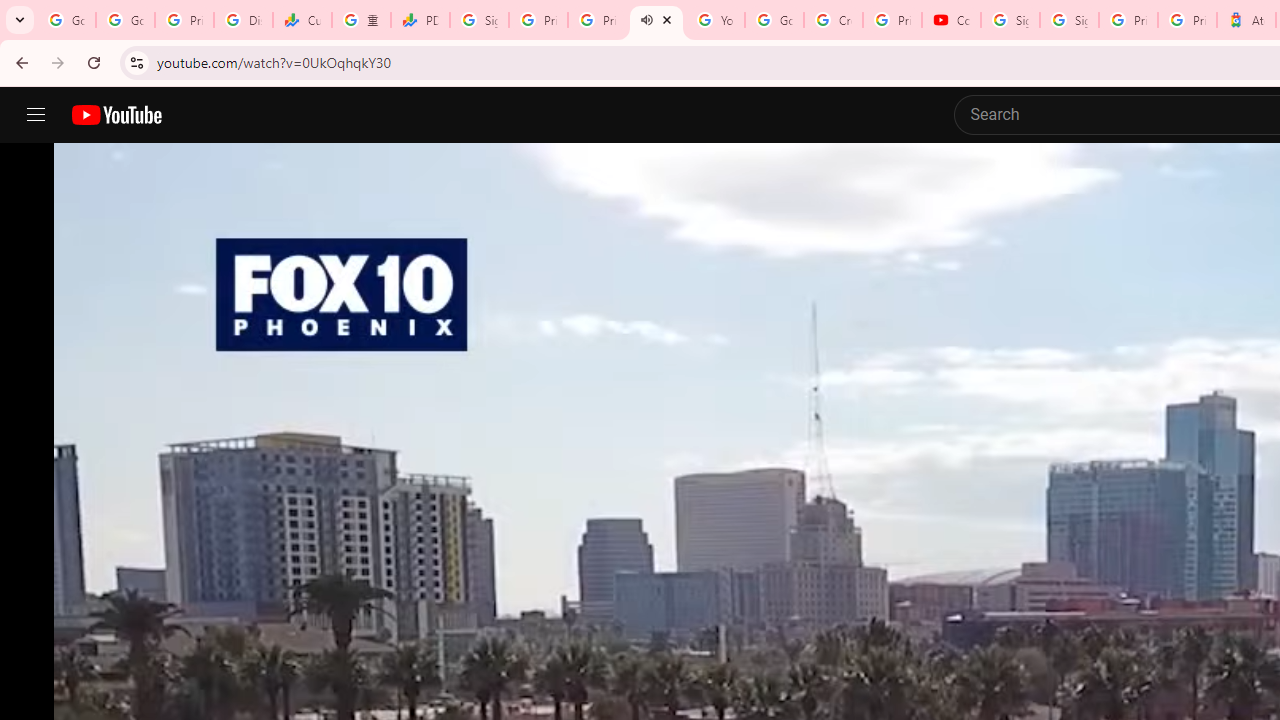  What do you see at coordinates (66, 20) in the screenshot?
I see `'Google Workspace Admin Community'` at bounding box center [66, 20].